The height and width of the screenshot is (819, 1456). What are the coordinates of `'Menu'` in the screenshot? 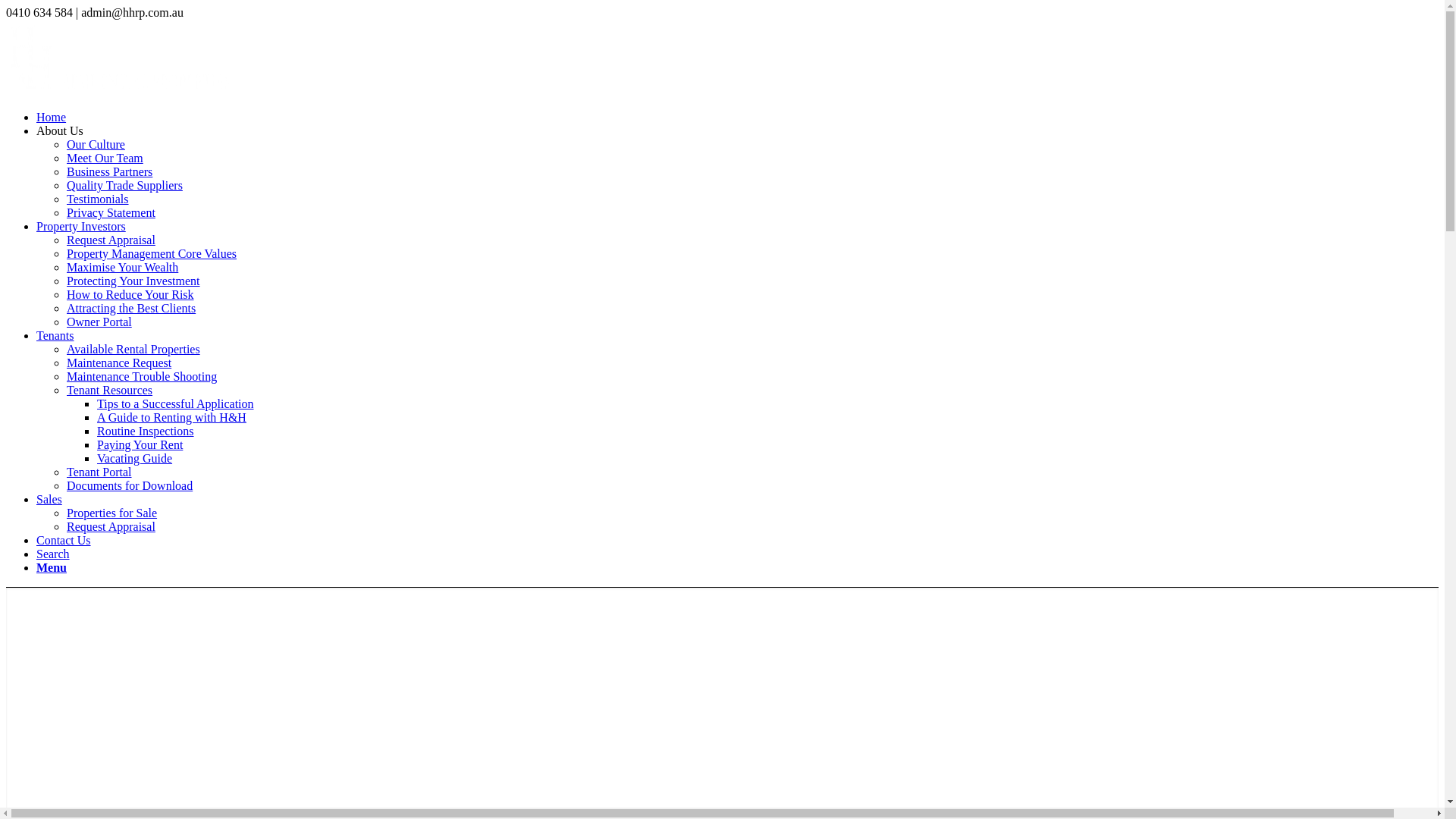 It's located at (51, 567).